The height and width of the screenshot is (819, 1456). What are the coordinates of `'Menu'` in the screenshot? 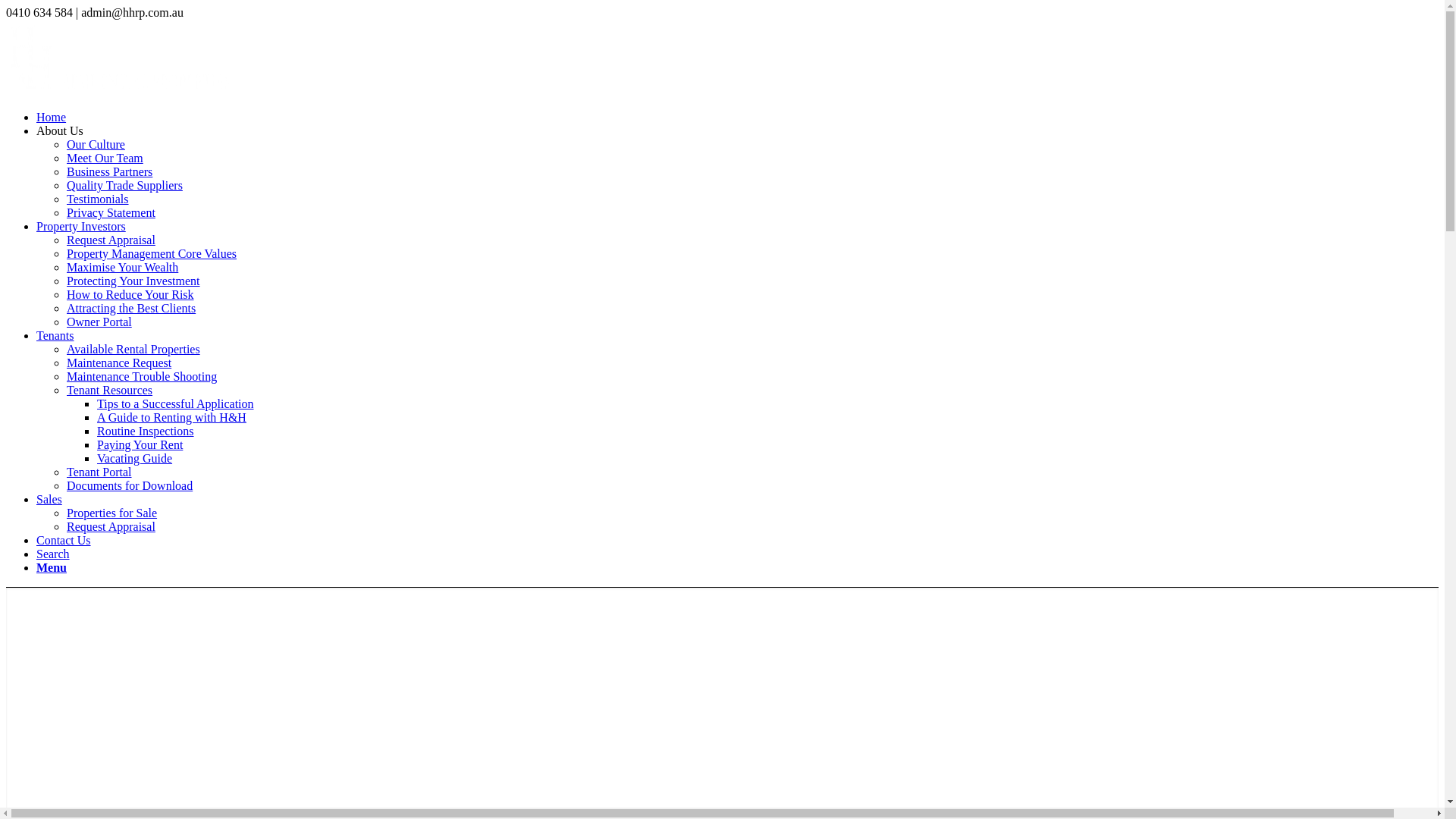 It's located at (51, 567).